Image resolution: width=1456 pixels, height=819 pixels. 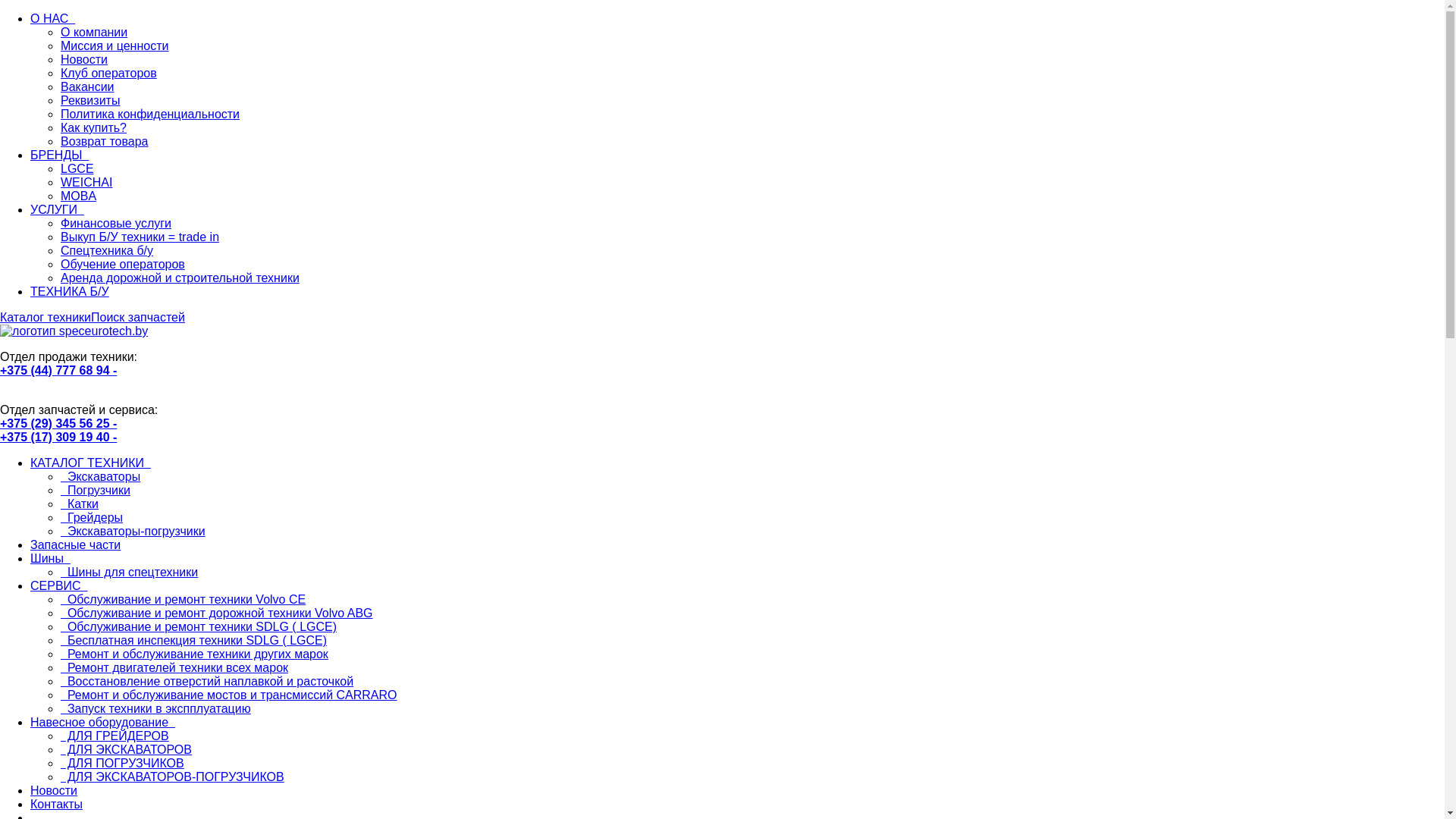 What do you see at coordinates (0, 423) in the screenshot?
I see `'+375 (29) 345 56 25 -'` at bounding box center [0, 423].